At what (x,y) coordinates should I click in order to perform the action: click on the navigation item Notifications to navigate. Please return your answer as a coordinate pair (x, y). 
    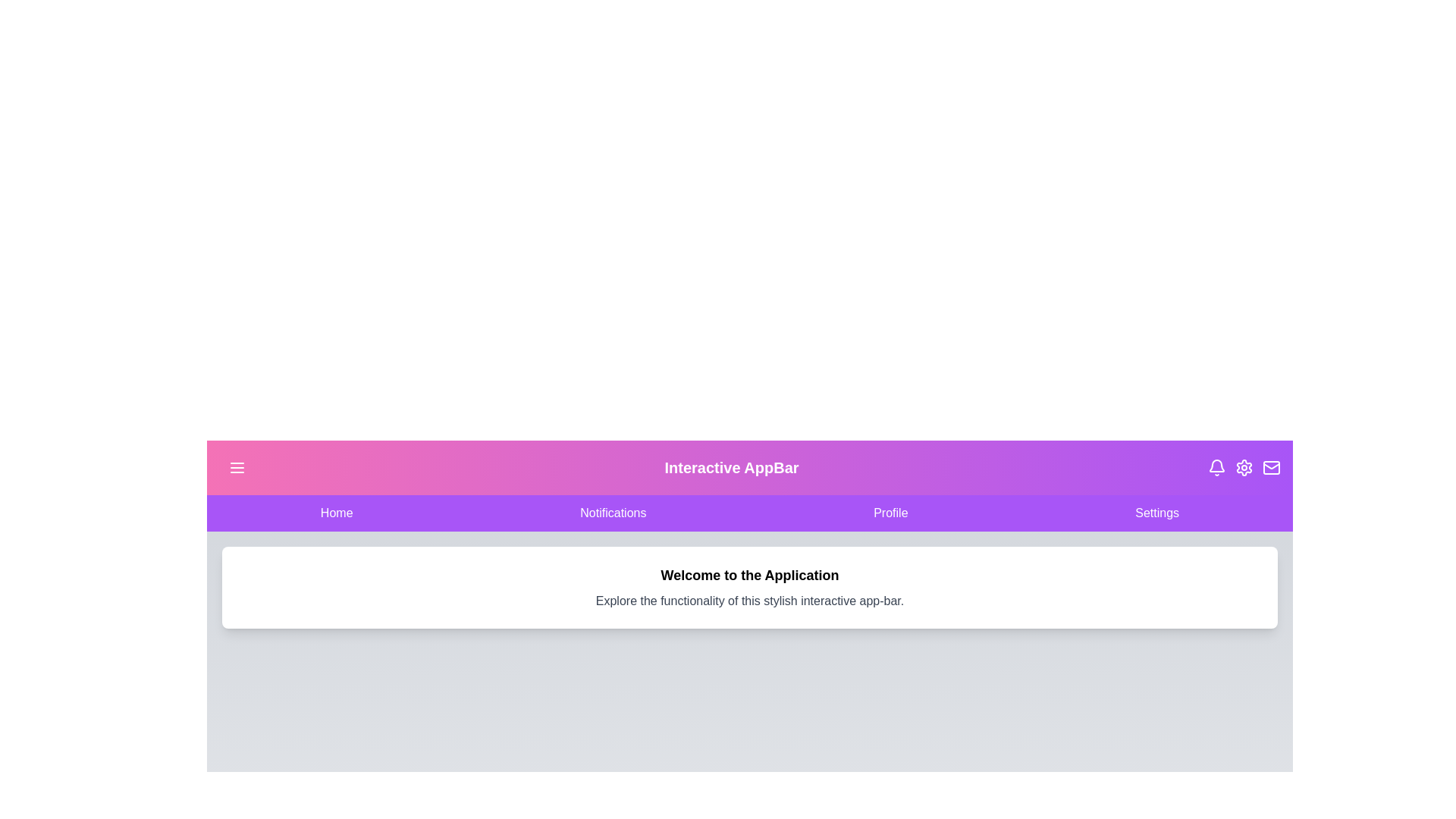
    Looking at the image, I should click on (613, 513).